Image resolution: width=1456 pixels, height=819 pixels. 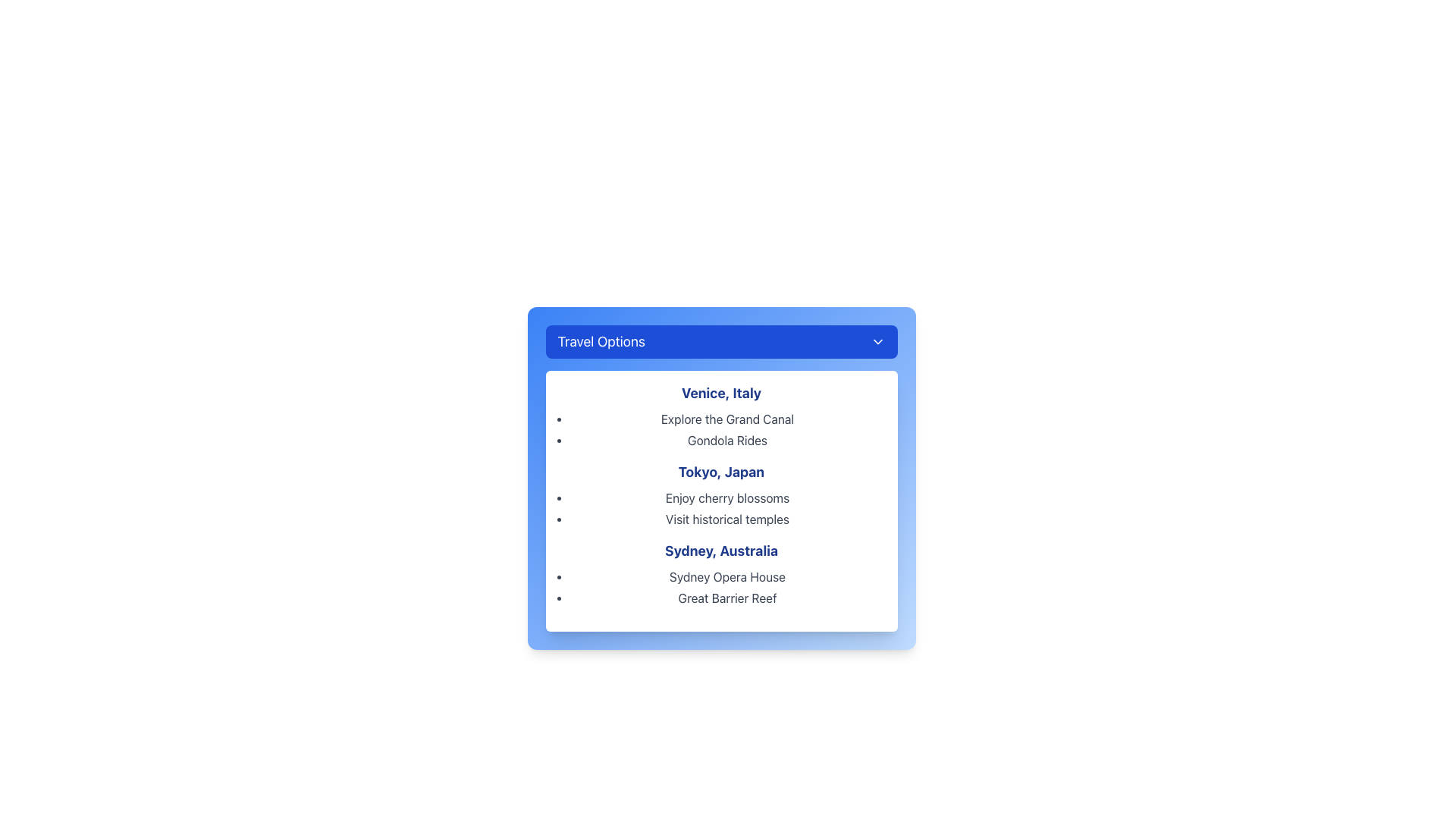 What do you see at coordinates (726, 497) in the screenshot?
I see `text content of the first bullet point entry 'Enjoy cherry blossoms' located under the 'Tokyo, Japan' section` at bounding box center [726, 497].